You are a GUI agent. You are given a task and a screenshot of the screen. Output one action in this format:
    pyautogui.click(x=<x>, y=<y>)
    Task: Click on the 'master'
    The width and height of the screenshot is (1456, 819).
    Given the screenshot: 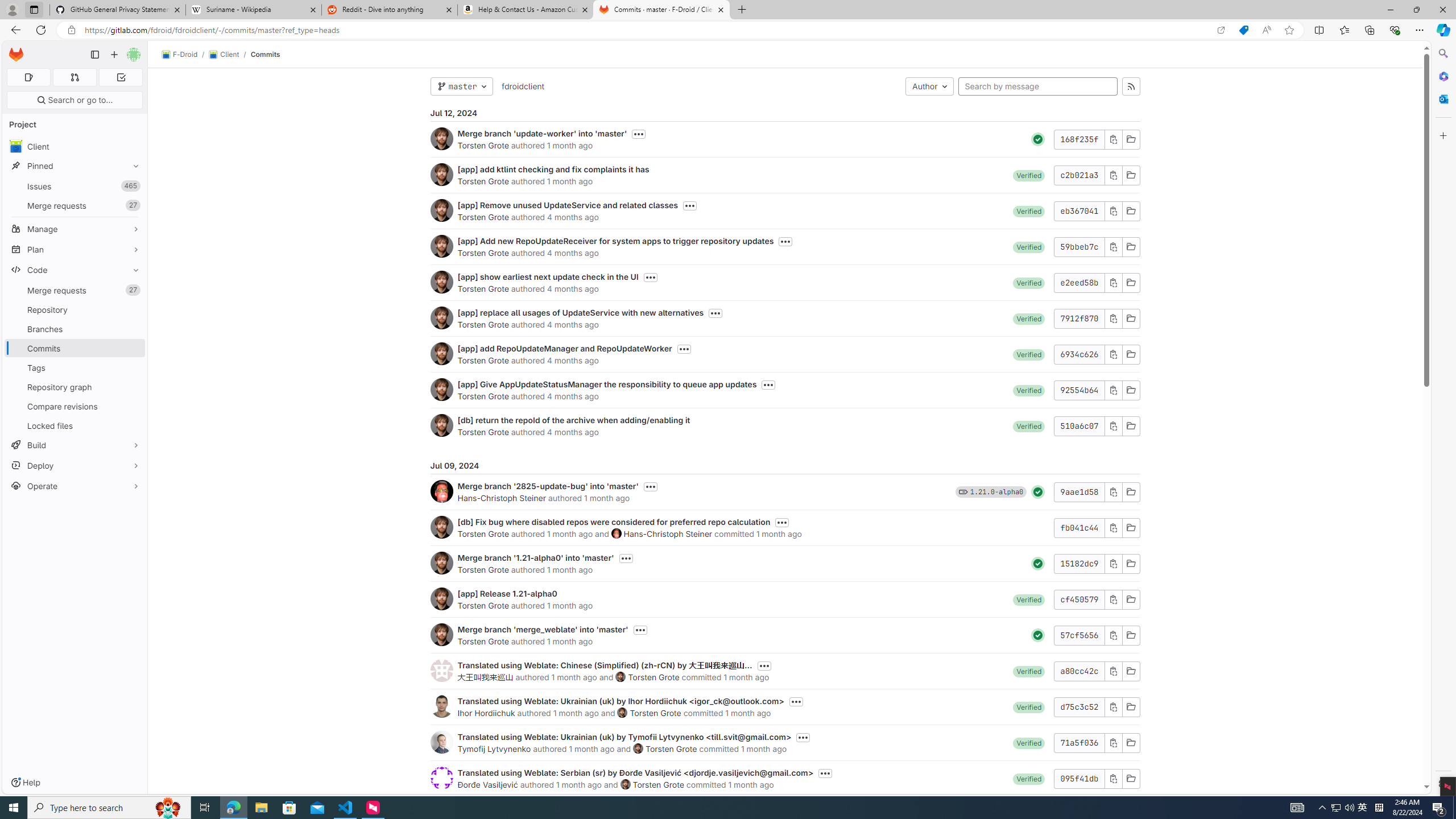 What is the action you would take?
    pyautogui.click(x=461, y=85)
    